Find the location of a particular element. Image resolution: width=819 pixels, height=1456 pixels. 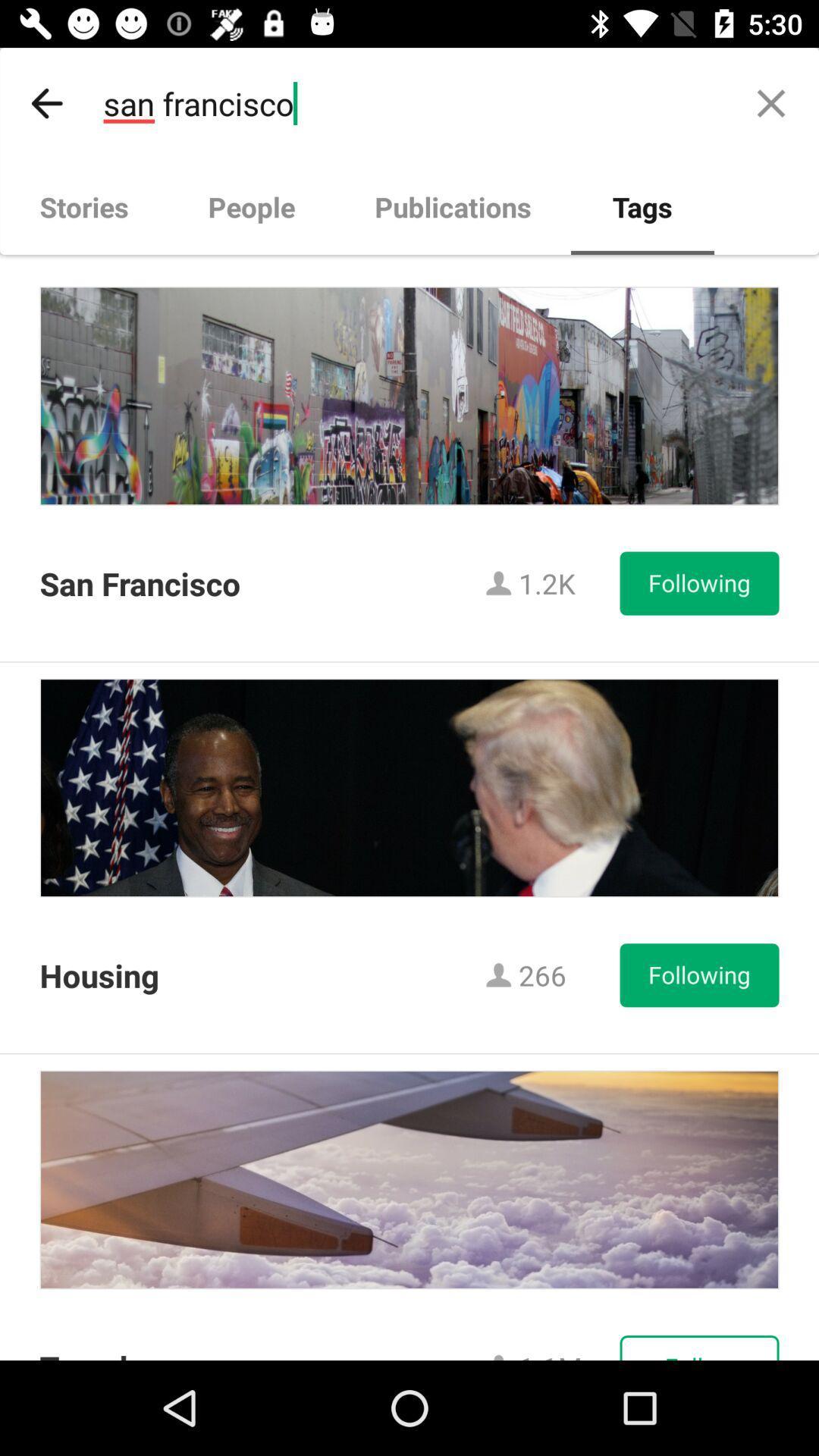

item to the left of san francisco is located at coordinates (46, 102).